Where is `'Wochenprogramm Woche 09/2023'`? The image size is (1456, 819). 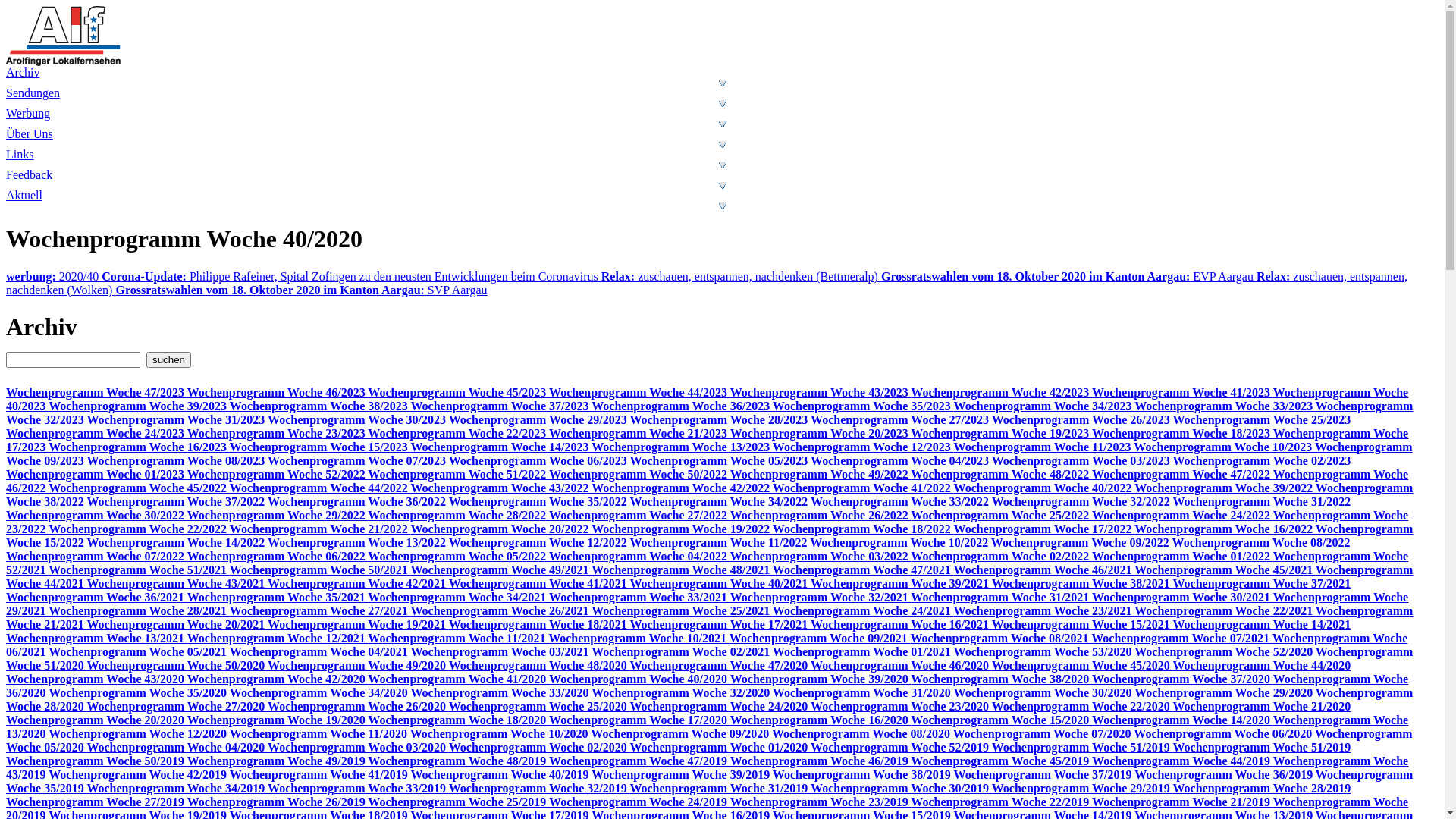 'Wochenprogramm Woche 09/2023' is located at coordinates (6, 453).